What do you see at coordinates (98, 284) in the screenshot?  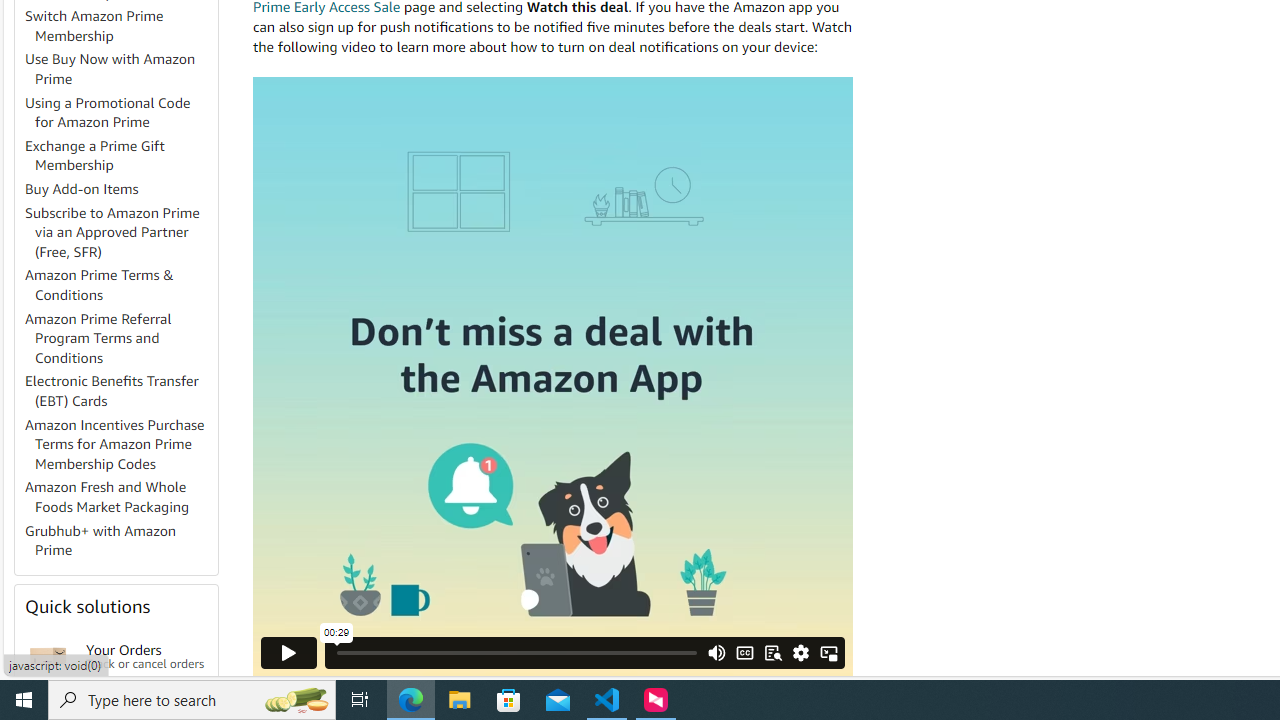 I see `'Amazon Prime Terms & Conditions'` at bounding box center [98, 284].